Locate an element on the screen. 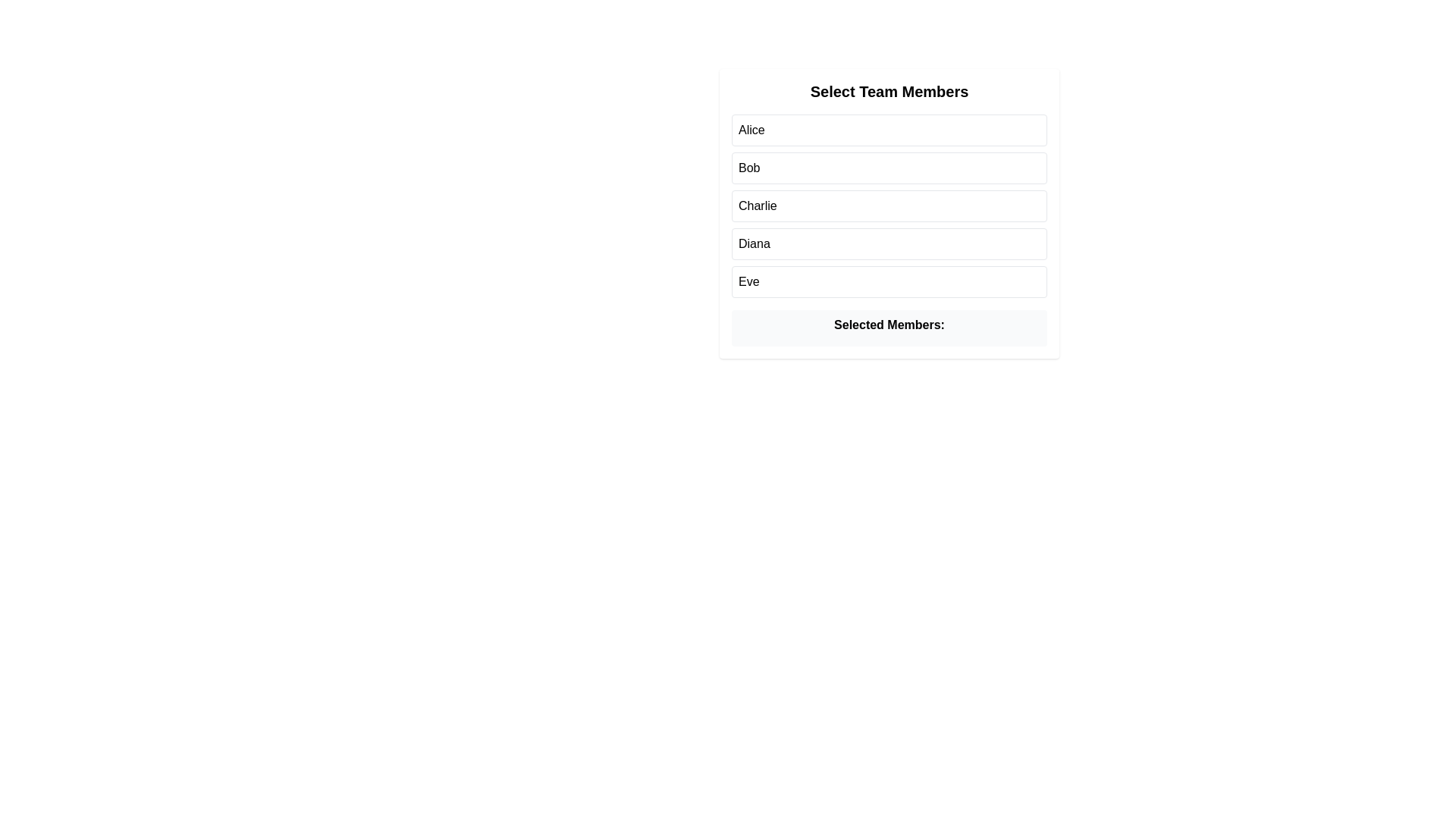  the fourth list item labeled 'Diana' in the vertical list of selectable members is located at coordinates (889, 243).